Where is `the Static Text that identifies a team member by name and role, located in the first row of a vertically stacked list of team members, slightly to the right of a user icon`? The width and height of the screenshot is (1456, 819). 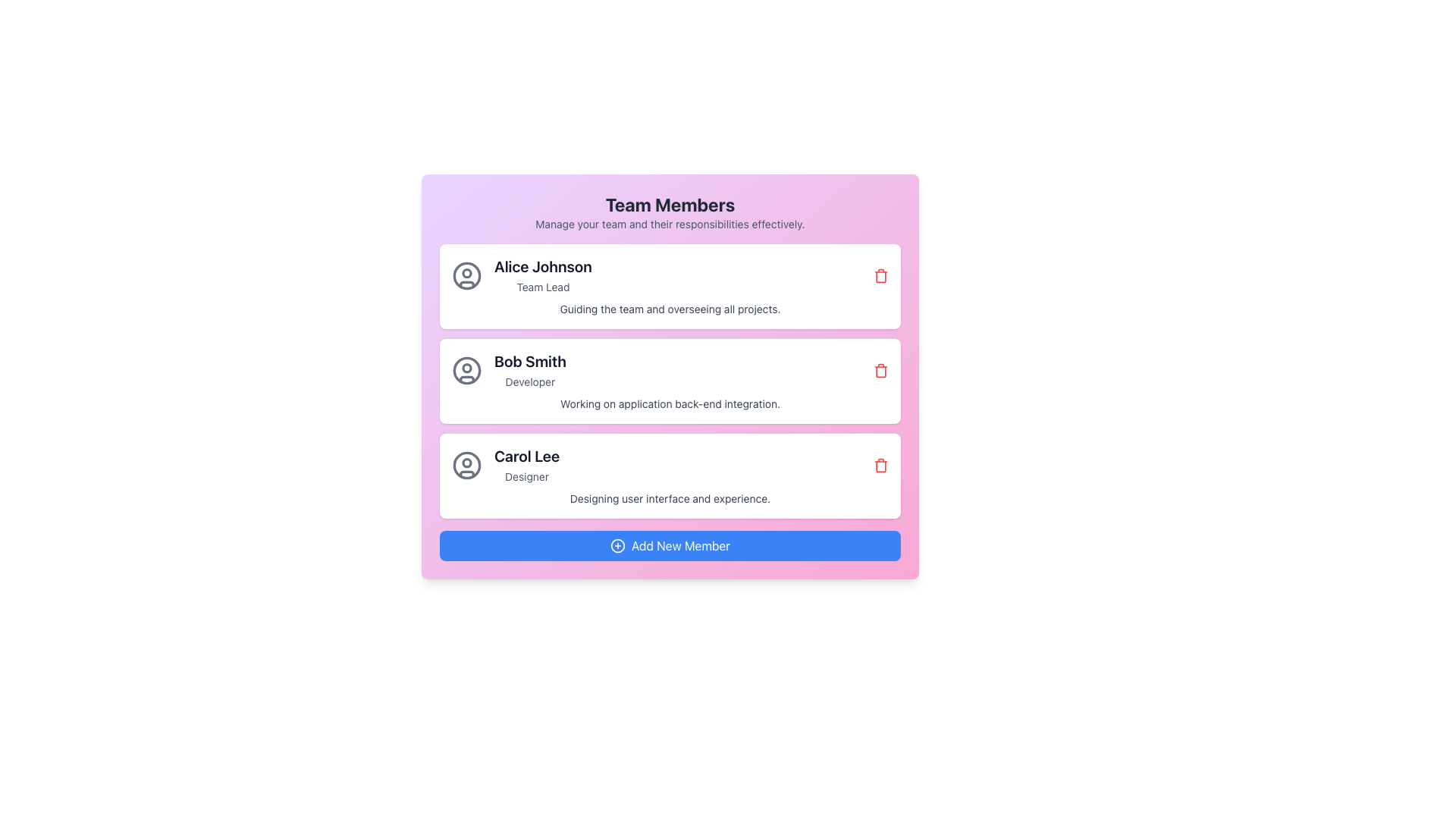 the Static Text that identifies a team member by name and role, located in the first row of a vertically stacked list of team members, slightly to the right of a user icon is located at coordinates (543, 275).